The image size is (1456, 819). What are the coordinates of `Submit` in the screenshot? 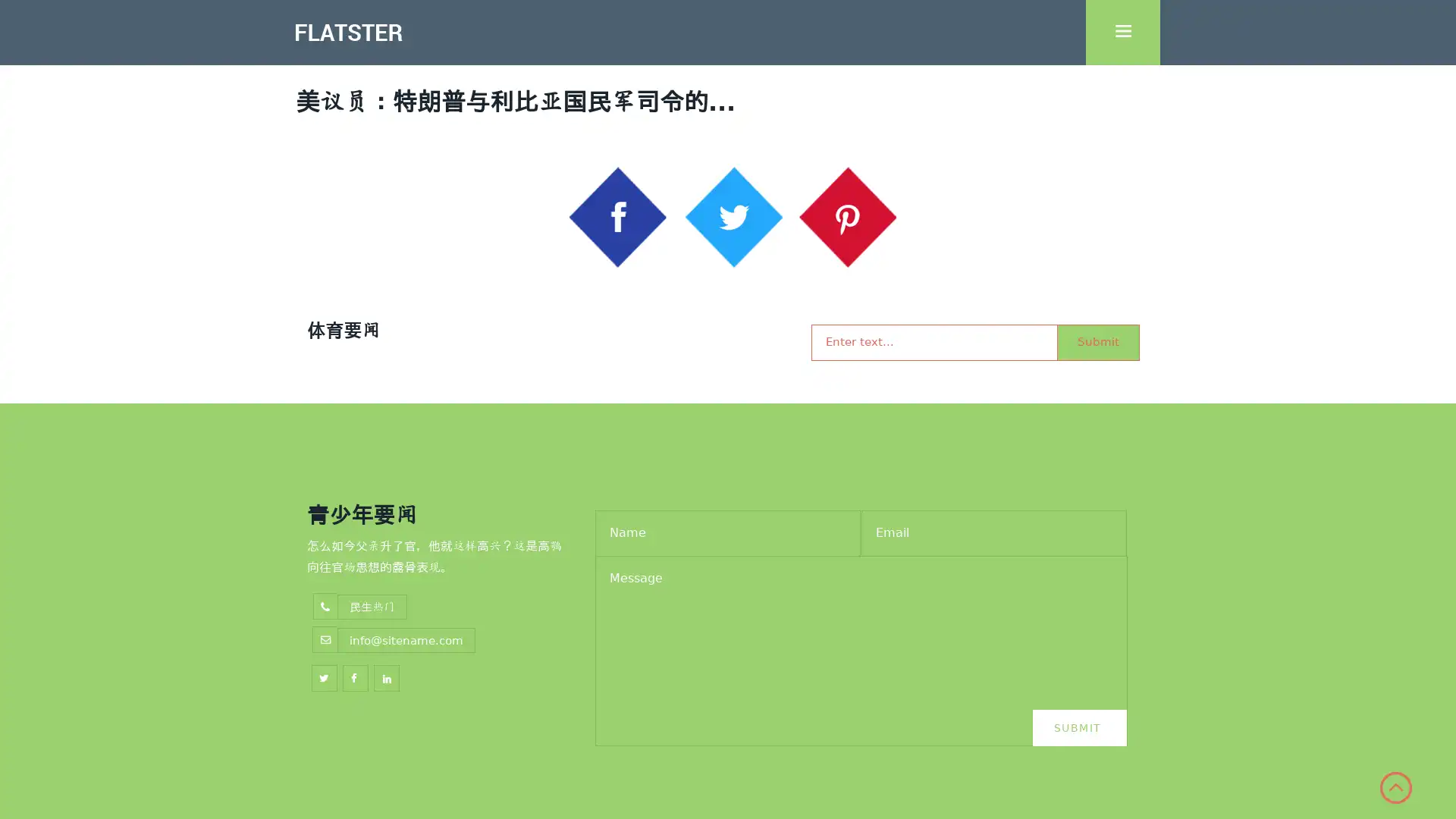 It's located at (1093, 342).